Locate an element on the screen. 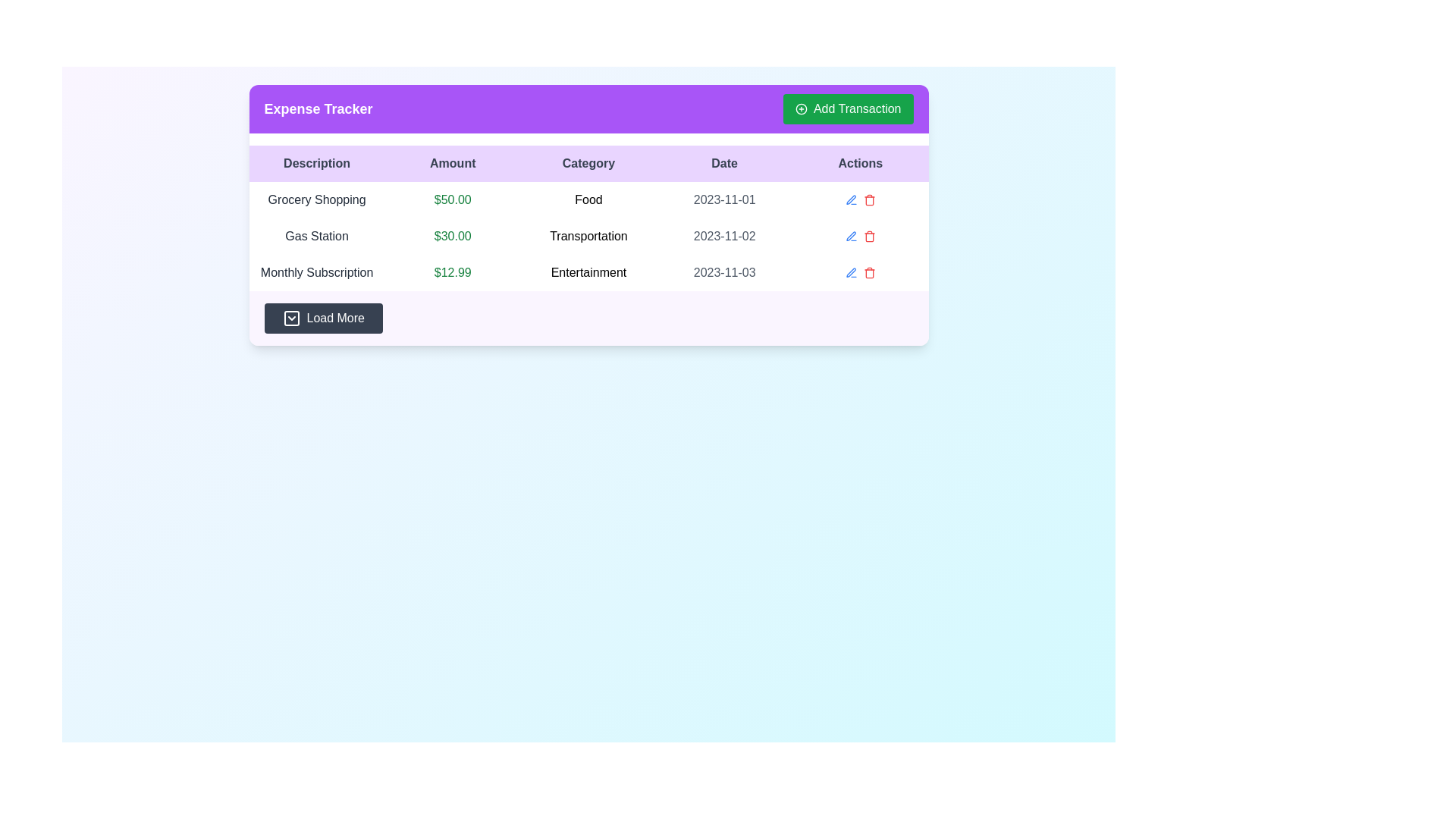 This screenshot has width=1456, height=819. the delete button represented by a red trash can icon, which is the second action icon in the 'Actions' column of the second table entry in the 'Expense Tracker' interface is located at coordinates (869, 199).